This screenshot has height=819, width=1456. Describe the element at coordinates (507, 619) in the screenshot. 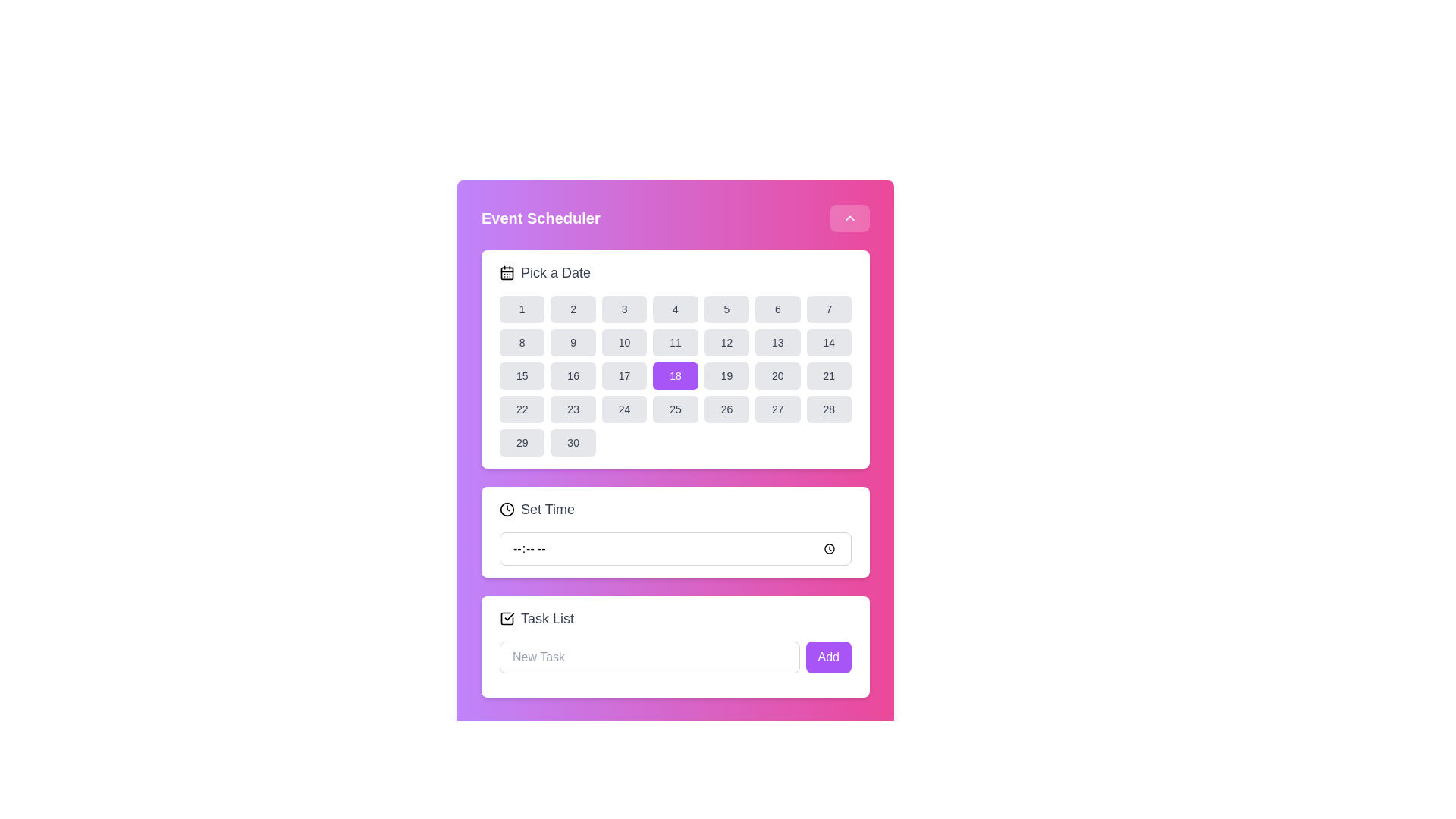

I see `the Checkbox icon, which is a checkmark inside a square box, located in the 'Task List' section before the text 'Task List'` at that location.